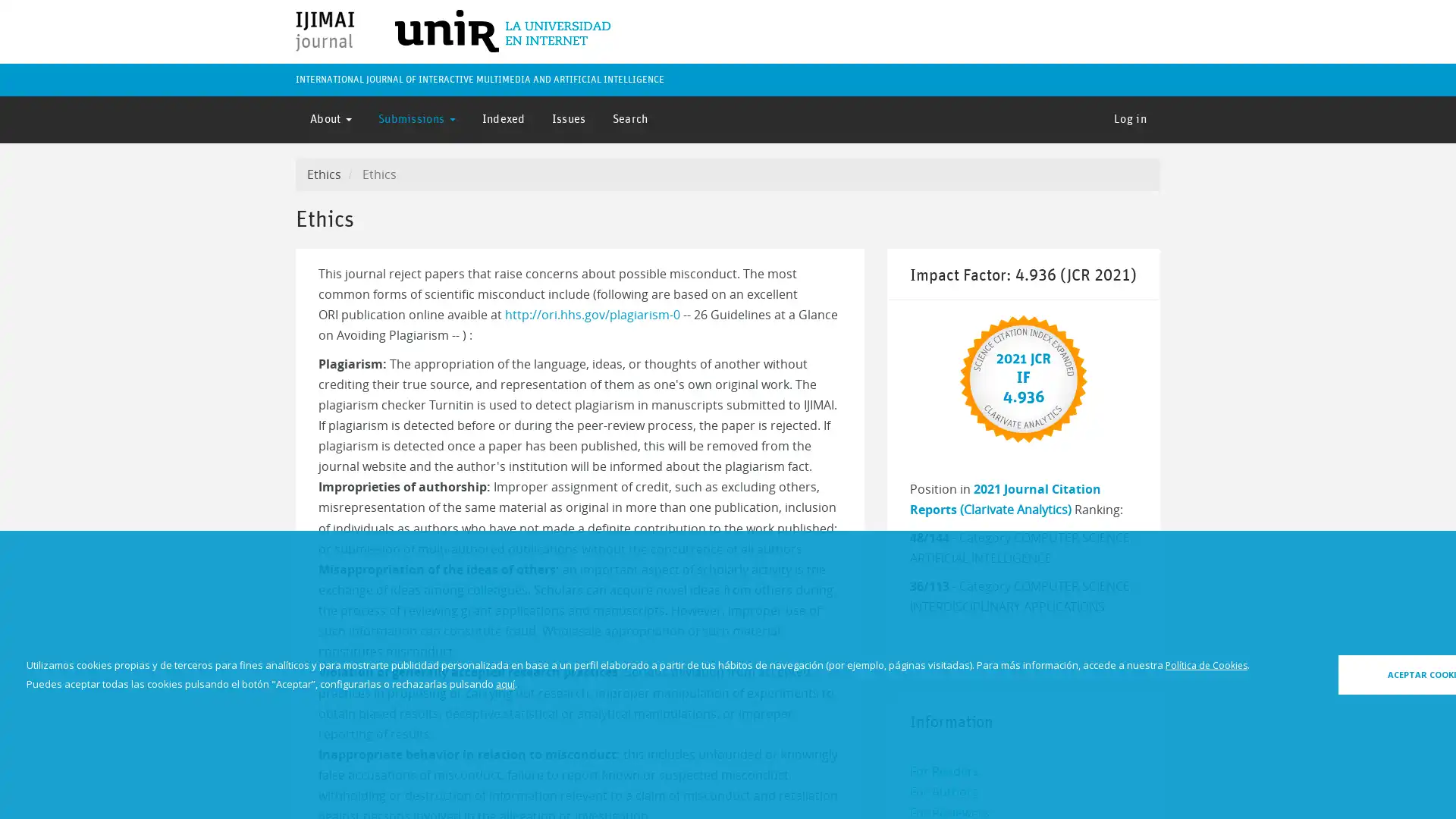 The height and width of the screenshot is (819, 1456). Describe the element at coordinates (1340, 673) in the screenshot. I see `ACEPTAR COOKIES` at that location.